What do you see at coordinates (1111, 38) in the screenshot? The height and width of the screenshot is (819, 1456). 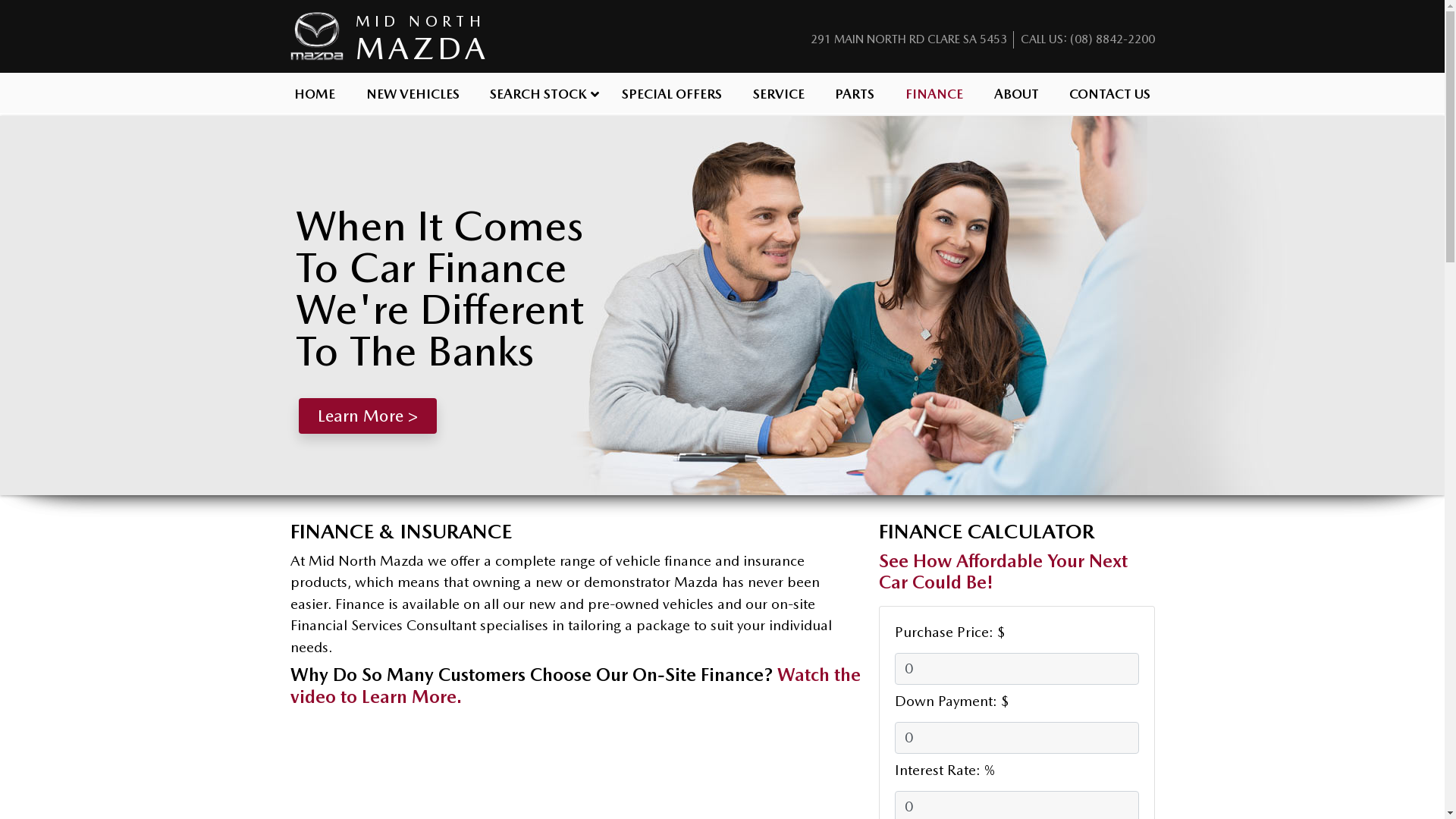 I see `'(08) 8842-2200'` at bounding box center [1111, 38].